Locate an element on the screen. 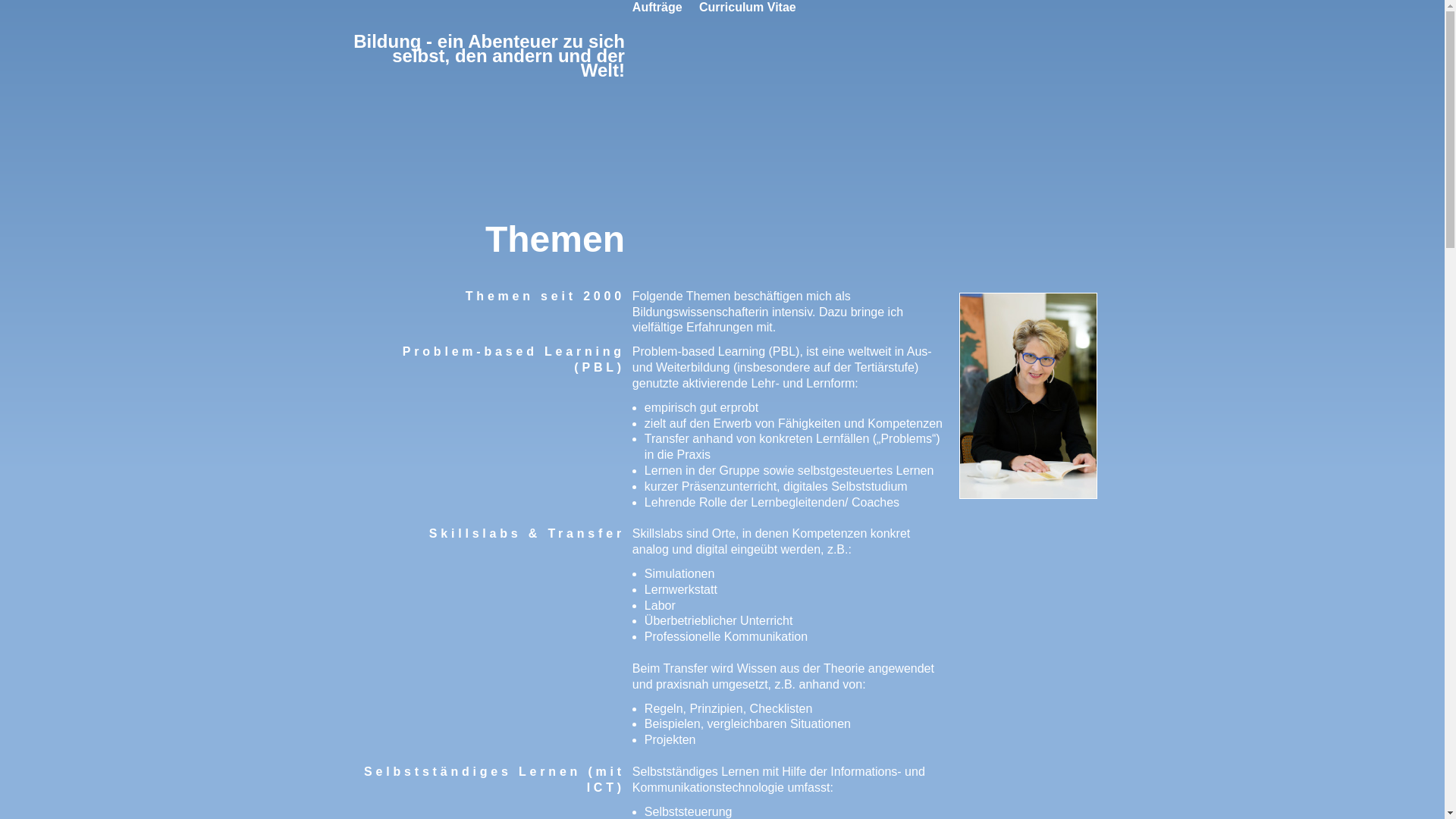  'Curriculum Vitae' is located at coordinates (747, 7).